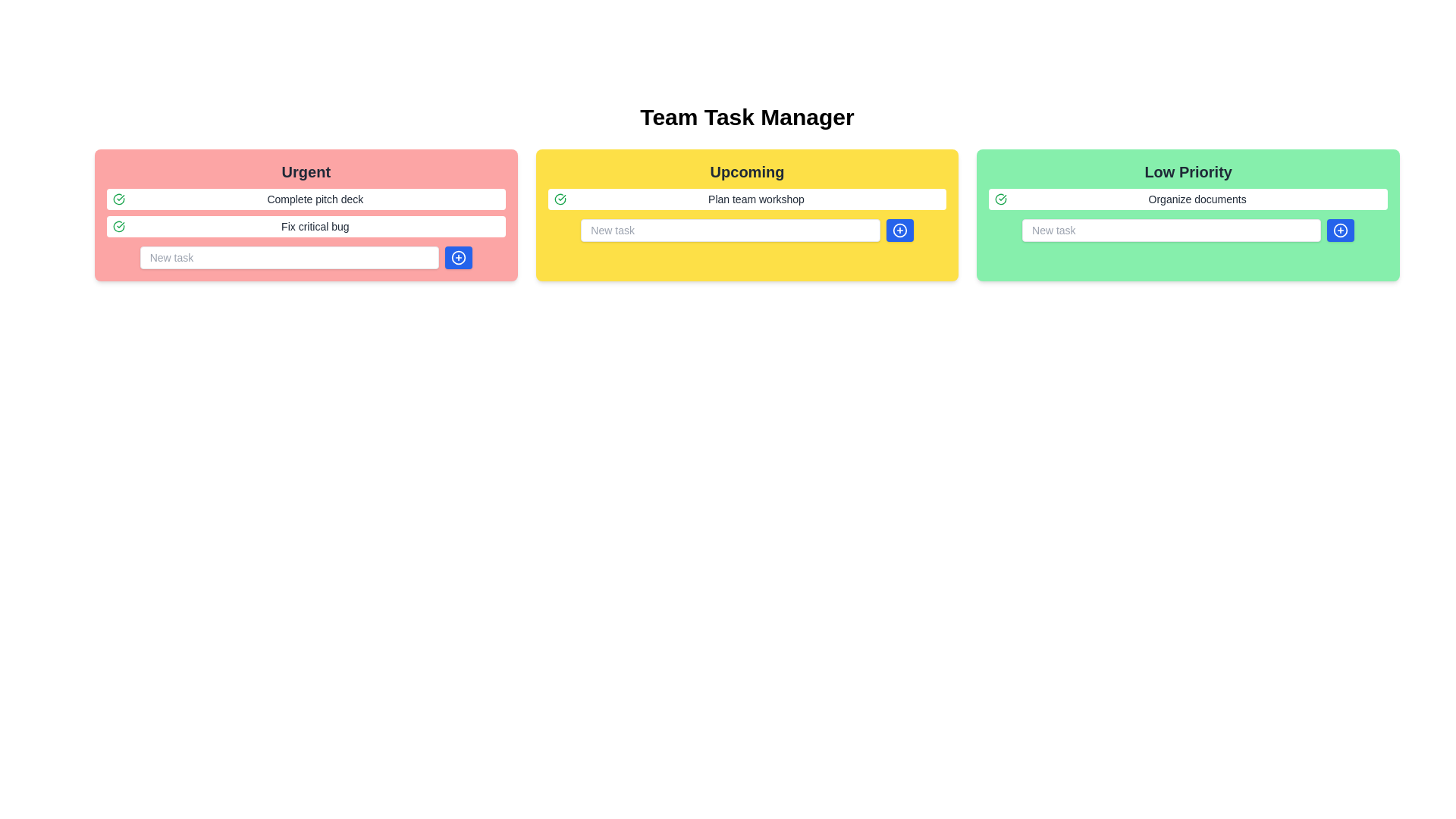  I want to click on the circular green checkmark icon that indicates a completed task, located next to the 'Organize documents' text in the 'Low Priority' task group to confirm completion, so click(1001, 198).